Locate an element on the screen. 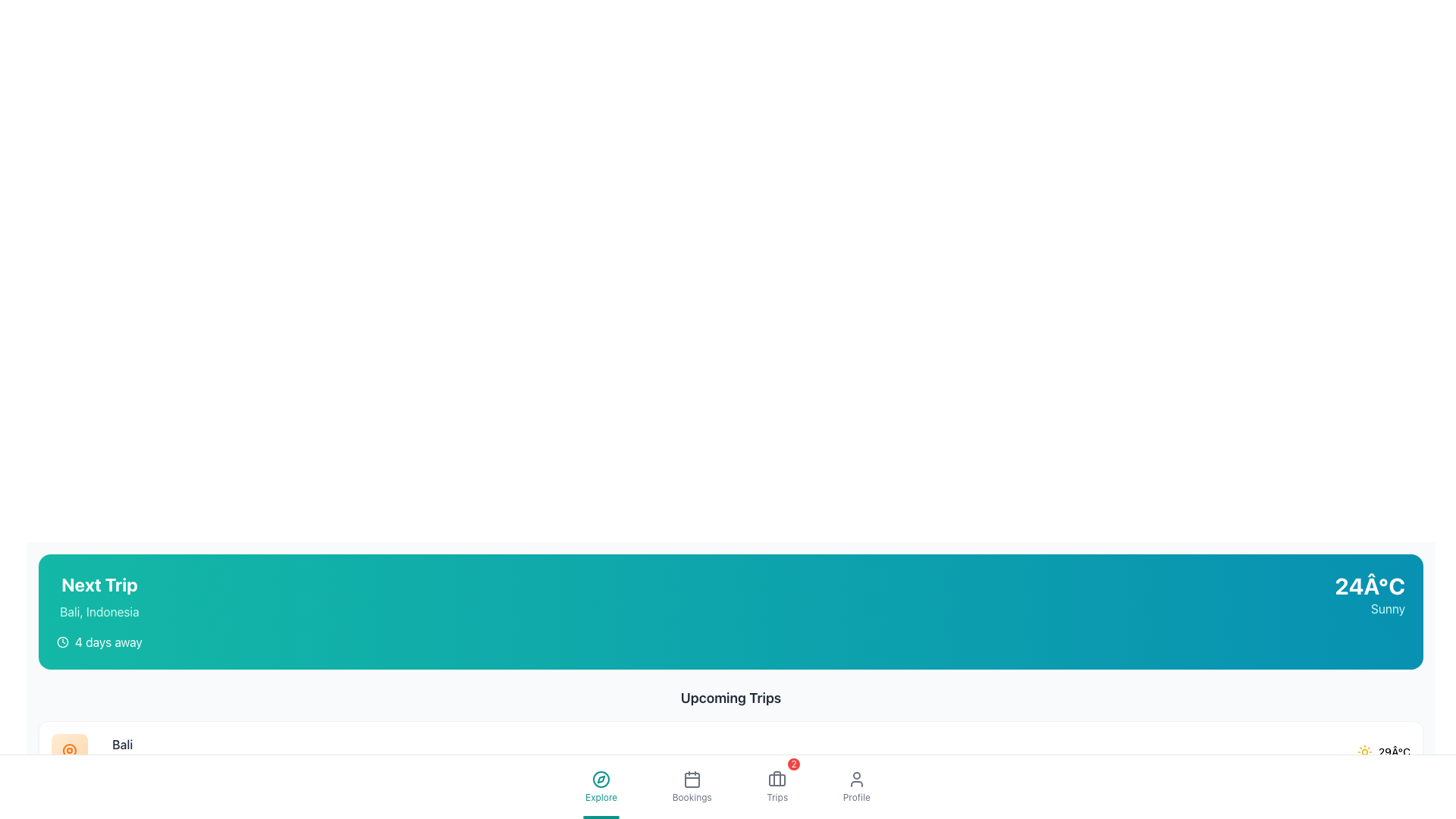 The width and height of the screenshot is (1456, 819). the SVG circle element that represents a clock, located in the 'Next Trip' card near the text '4 days away' is located at coordinates (61, 642).